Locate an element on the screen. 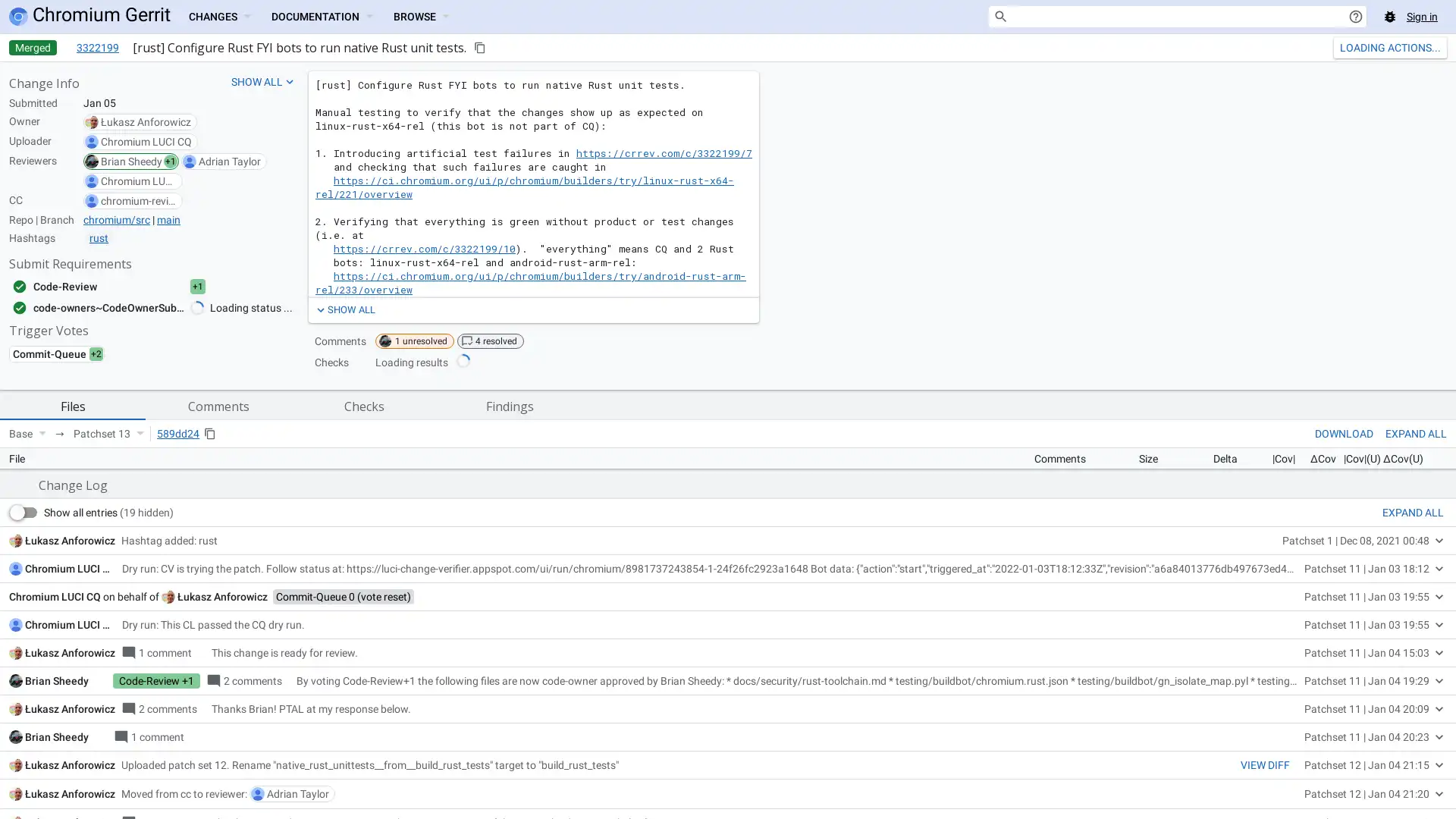  CREATE RELAND is located at coordinates (1376, 46).